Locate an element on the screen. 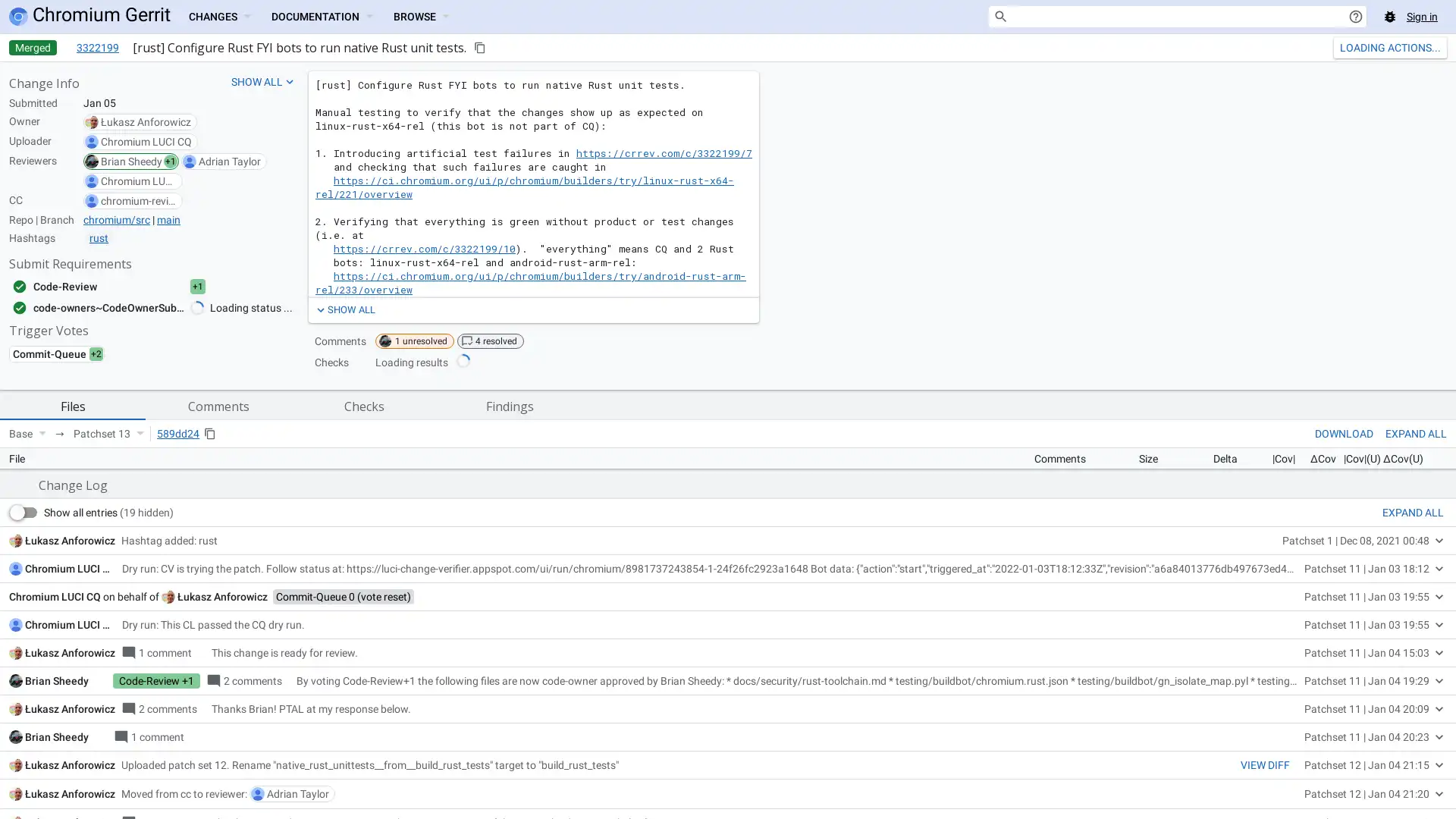  CREATE RELAND is located at coordinates (1376, 46).